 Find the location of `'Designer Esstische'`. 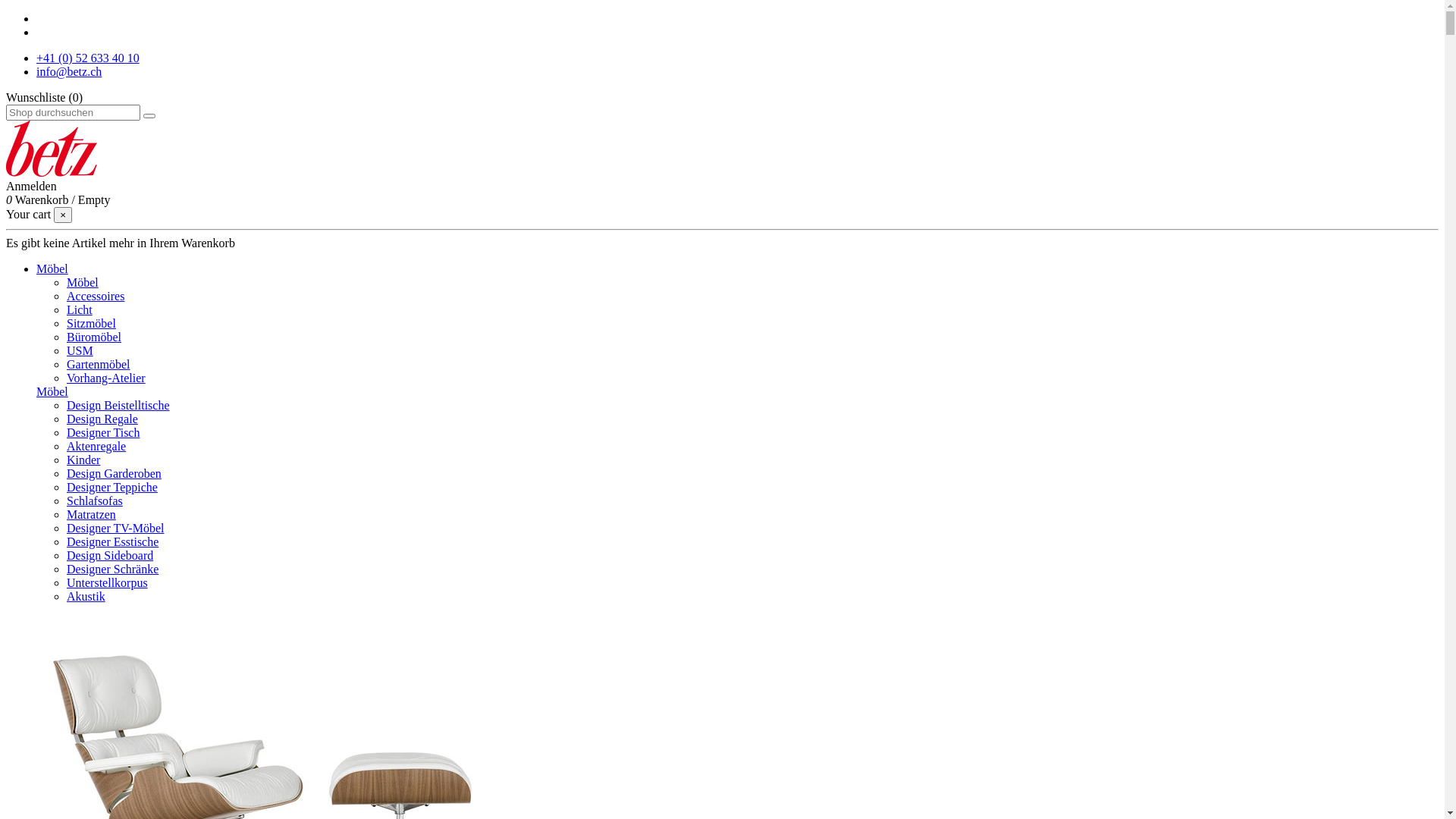

'Designer Esstische' is located at coordinates (111, 541).